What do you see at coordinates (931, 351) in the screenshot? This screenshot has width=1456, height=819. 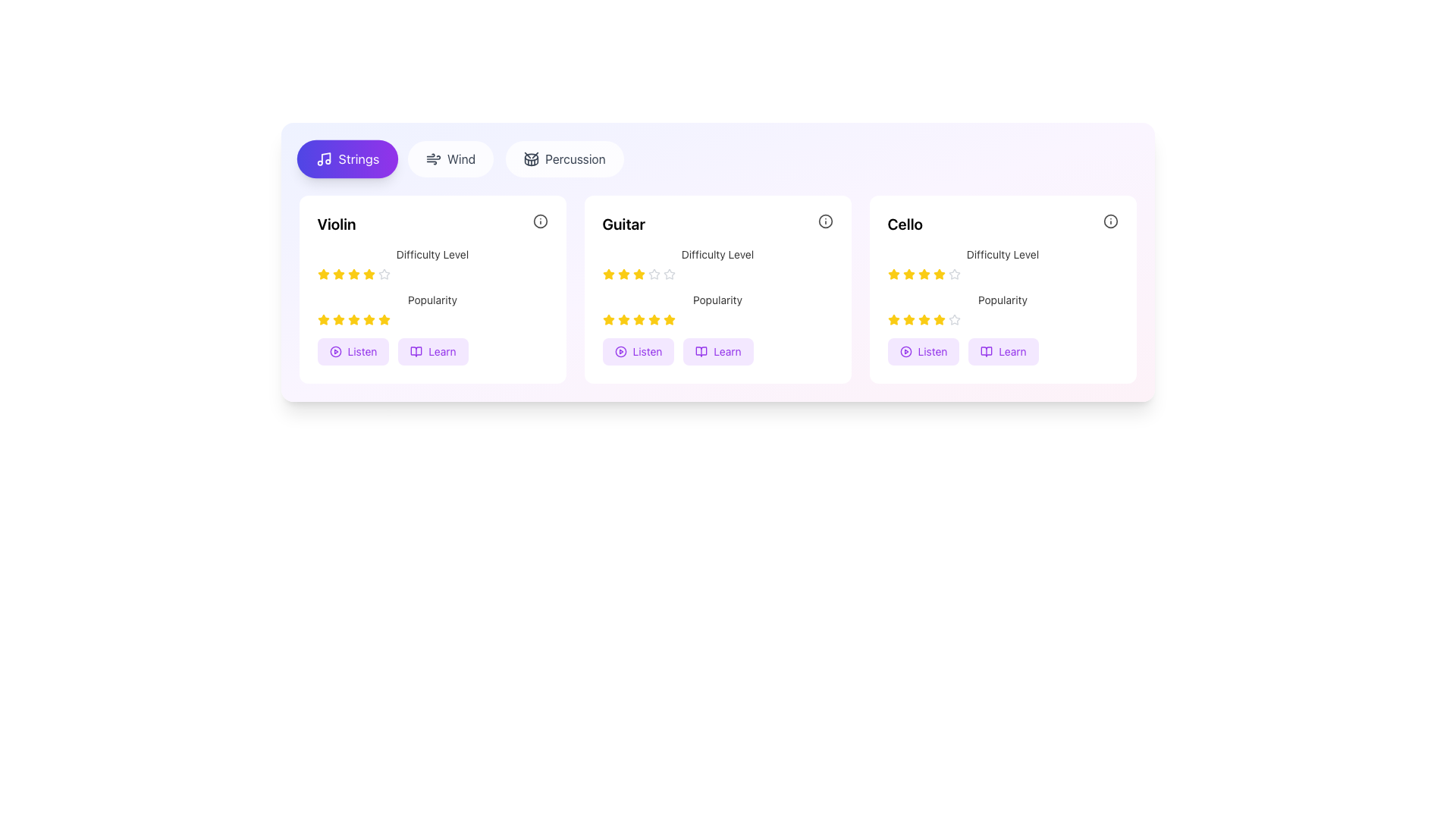 I see `the 'Listen' text label within the button in the 'Cello' section` at bounding box center [931, 351].